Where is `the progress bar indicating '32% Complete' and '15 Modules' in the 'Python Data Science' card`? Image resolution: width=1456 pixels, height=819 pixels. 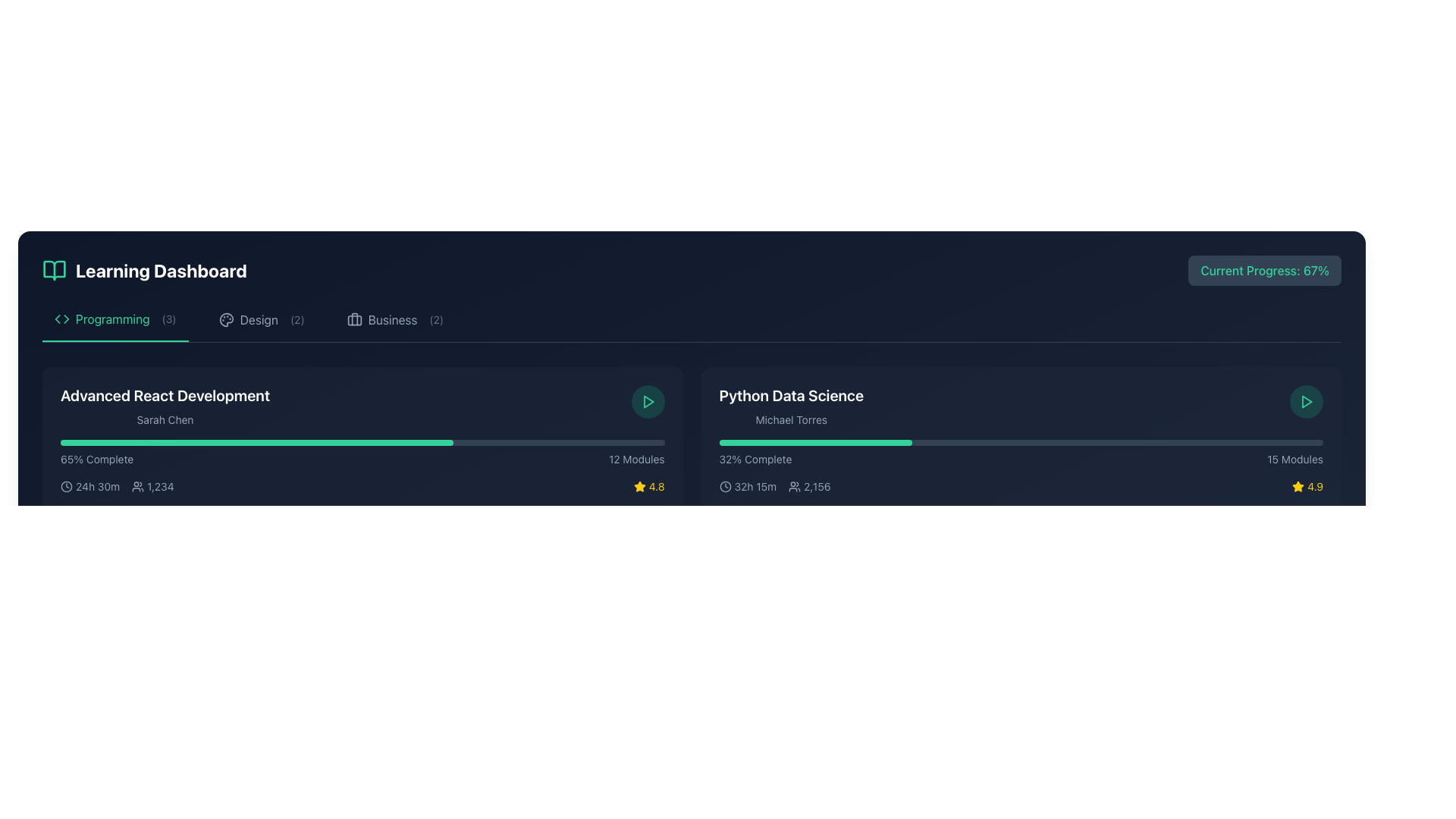 the progress bar indicating '32% Complete' and '15 Modules' in the 'Python Data Science' card is located at coordinates (1021, 452).